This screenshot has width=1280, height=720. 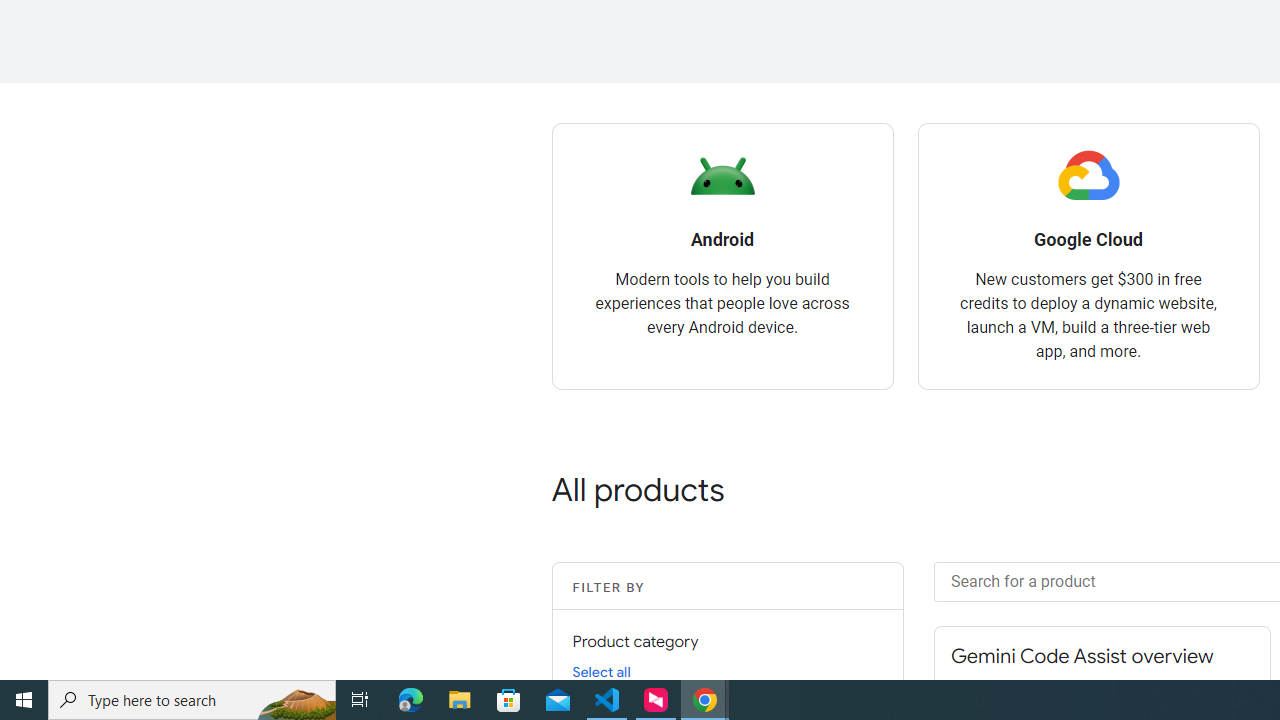 What do you see at coordinates (721, 175) in the screenshot?
I see `'Android logo'` at bounding box center [721, 175].